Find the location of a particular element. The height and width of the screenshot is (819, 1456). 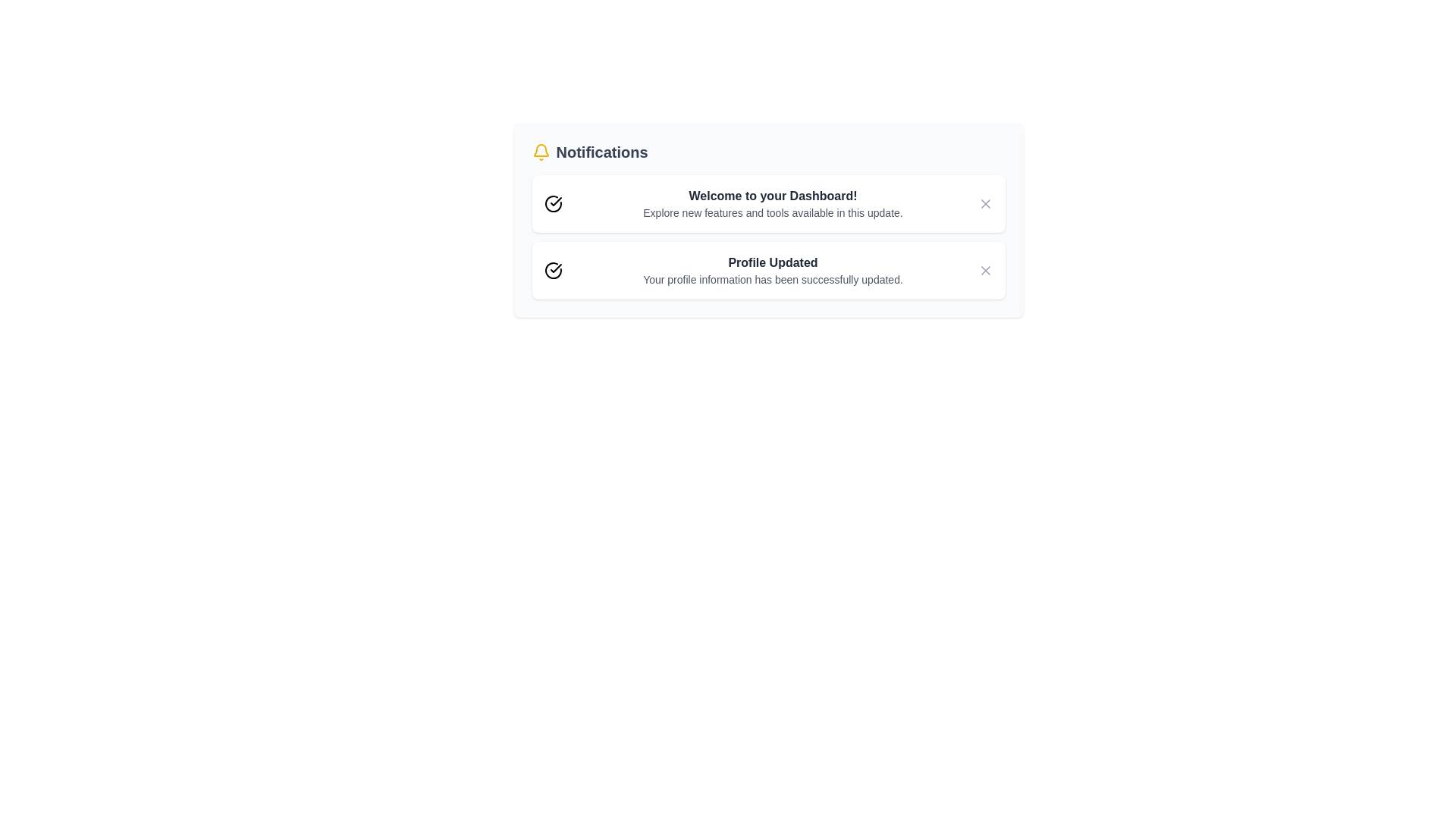

close button for the notification titled 'Welcome to your Dashboard!' is located at coordinates (985, 203).